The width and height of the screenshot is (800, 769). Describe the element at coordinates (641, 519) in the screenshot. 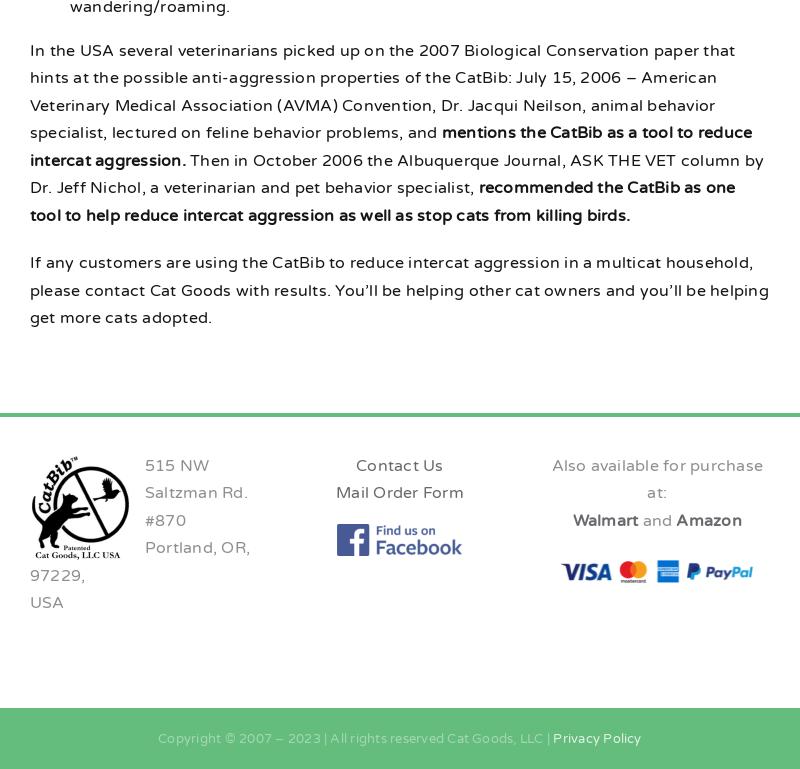

I see `'and'` at that location.